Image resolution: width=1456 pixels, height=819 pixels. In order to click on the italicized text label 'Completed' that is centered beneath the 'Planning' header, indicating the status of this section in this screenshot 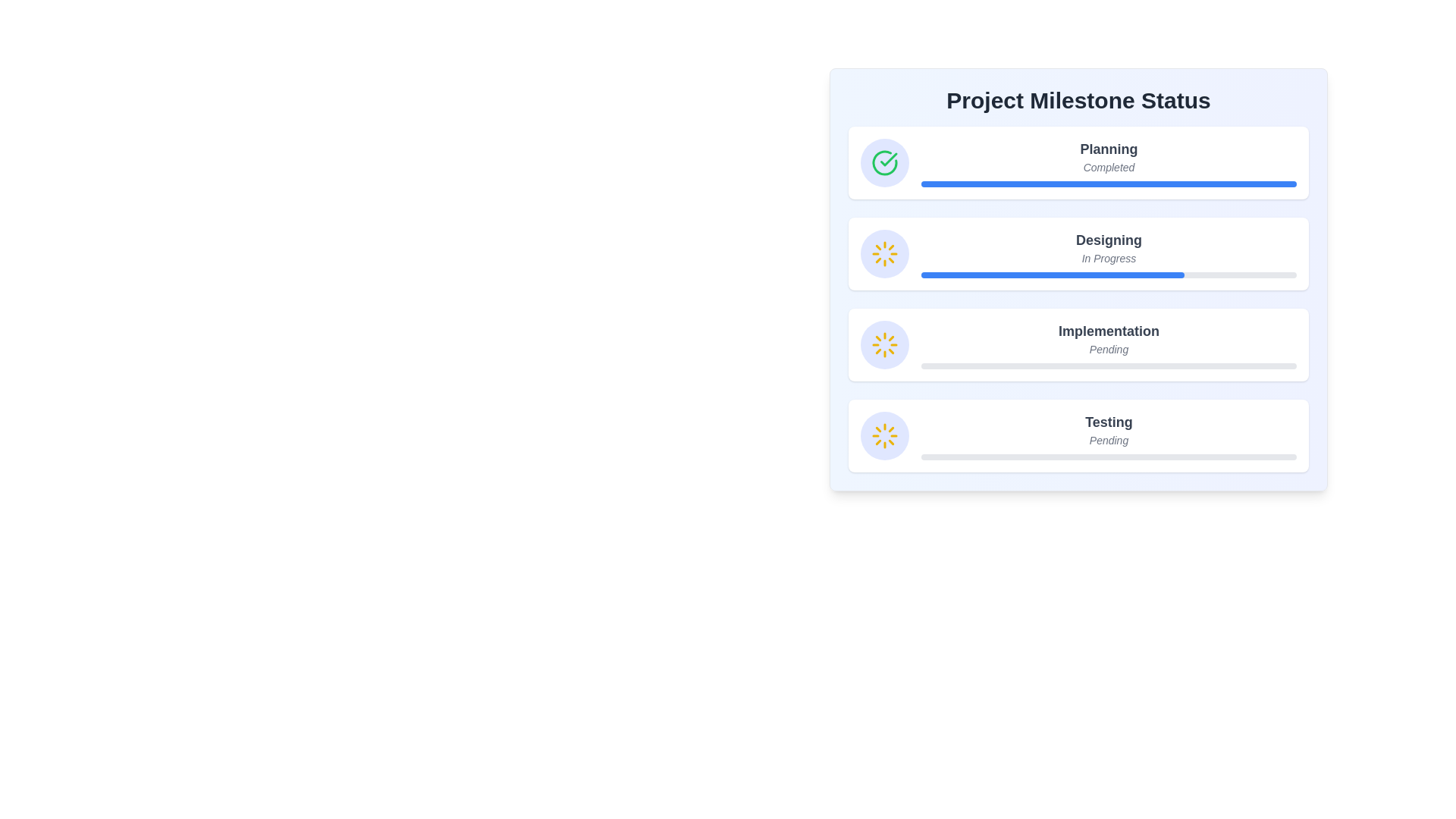, I will do `click(1109, 167)`.